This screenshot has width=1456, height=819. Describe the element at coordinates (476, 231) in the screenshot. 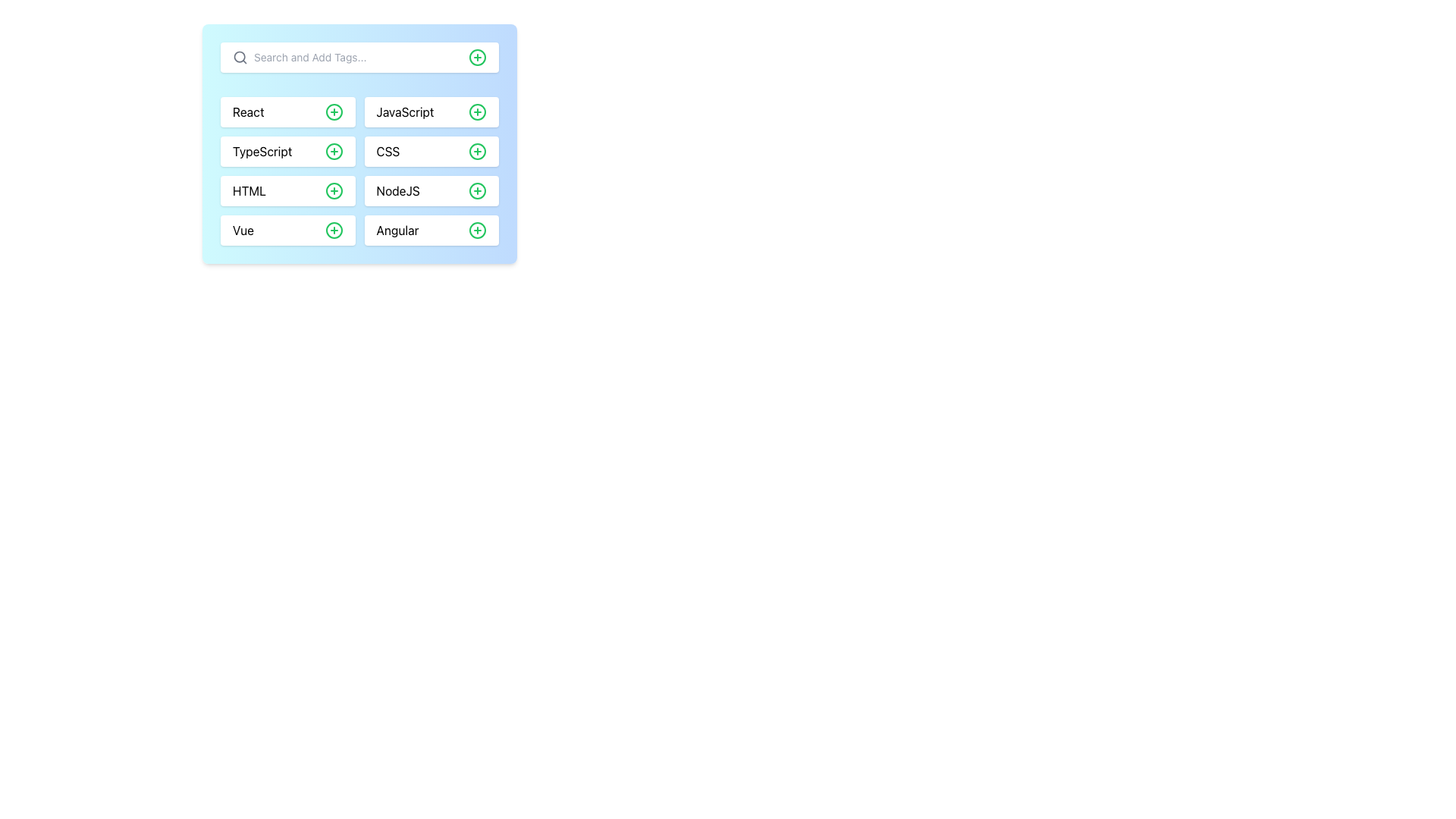

I see `the button for adding or expanding the 'Angular' tag, located at the rightmost position in the row labeled 'Angular'` at that location.